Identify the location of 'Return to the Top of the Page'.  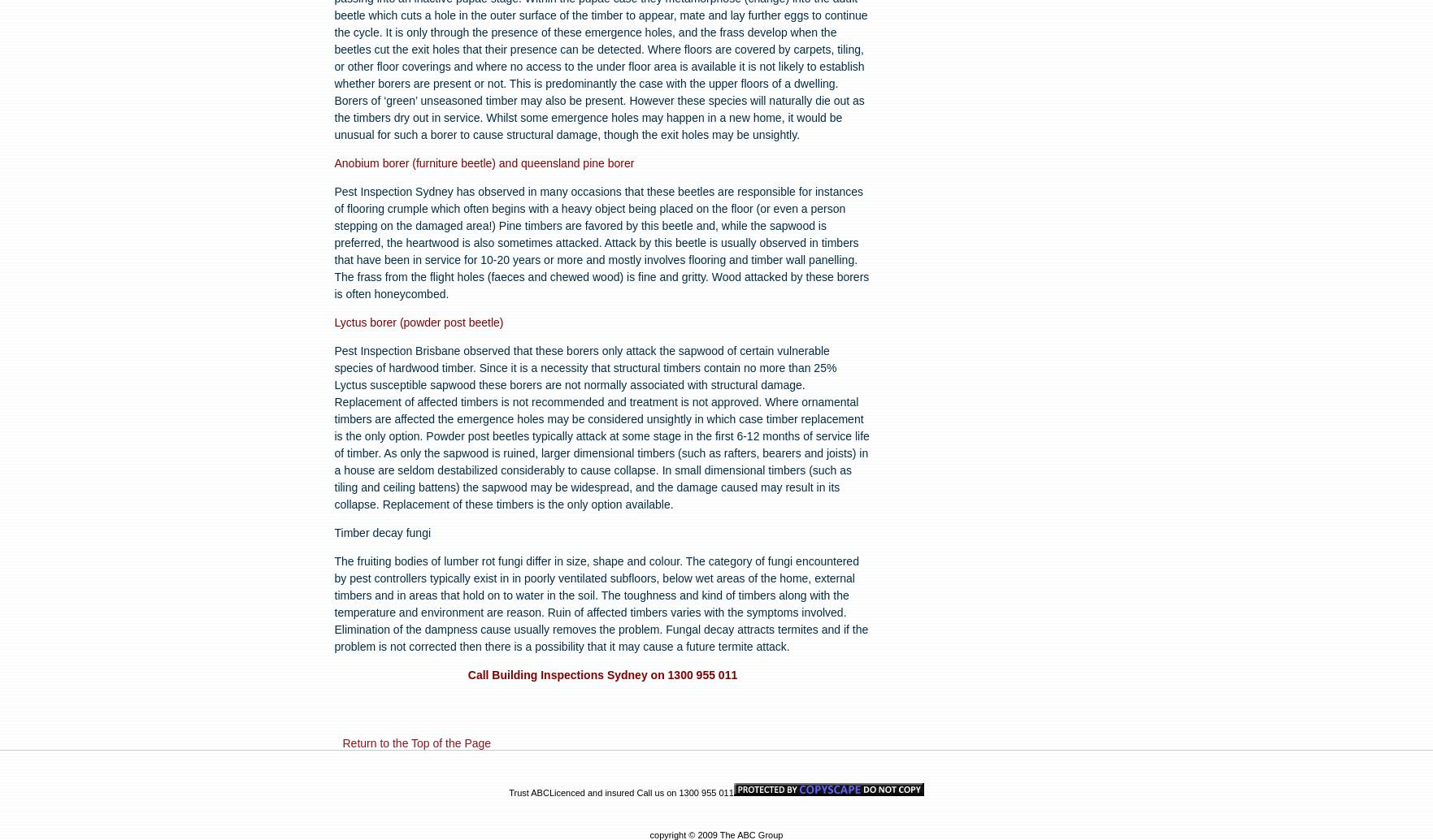
(416, 742).